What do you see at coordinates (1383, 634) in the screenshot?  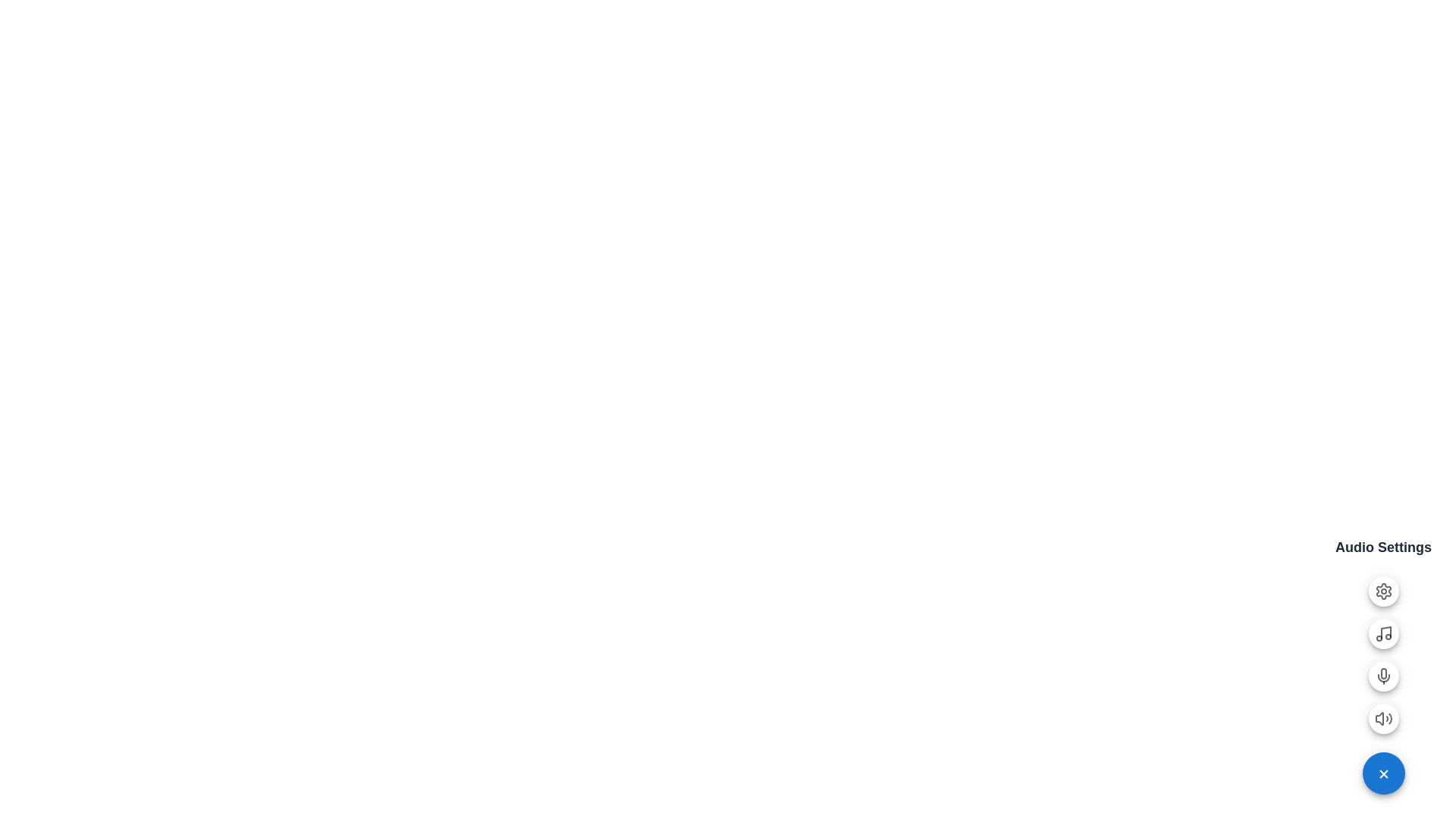 I see `the music or audio icon button located in the second position of the vertical row of circular buttons on the right side of the interface` at bounding box center [1383, 634].